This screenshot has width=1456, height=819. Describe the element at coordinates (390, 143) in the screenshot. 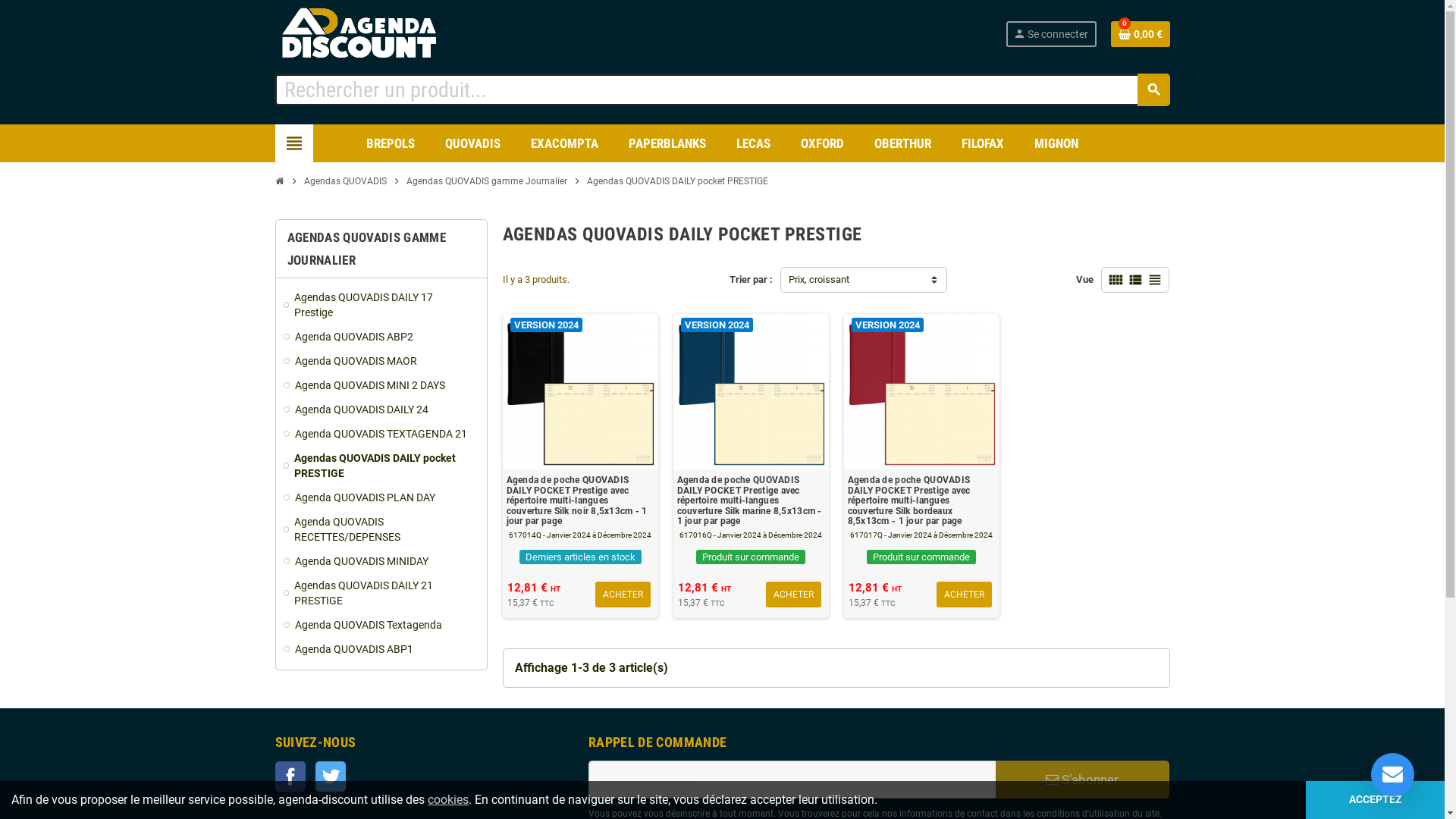

I see `'BREPOLS'` at that location.